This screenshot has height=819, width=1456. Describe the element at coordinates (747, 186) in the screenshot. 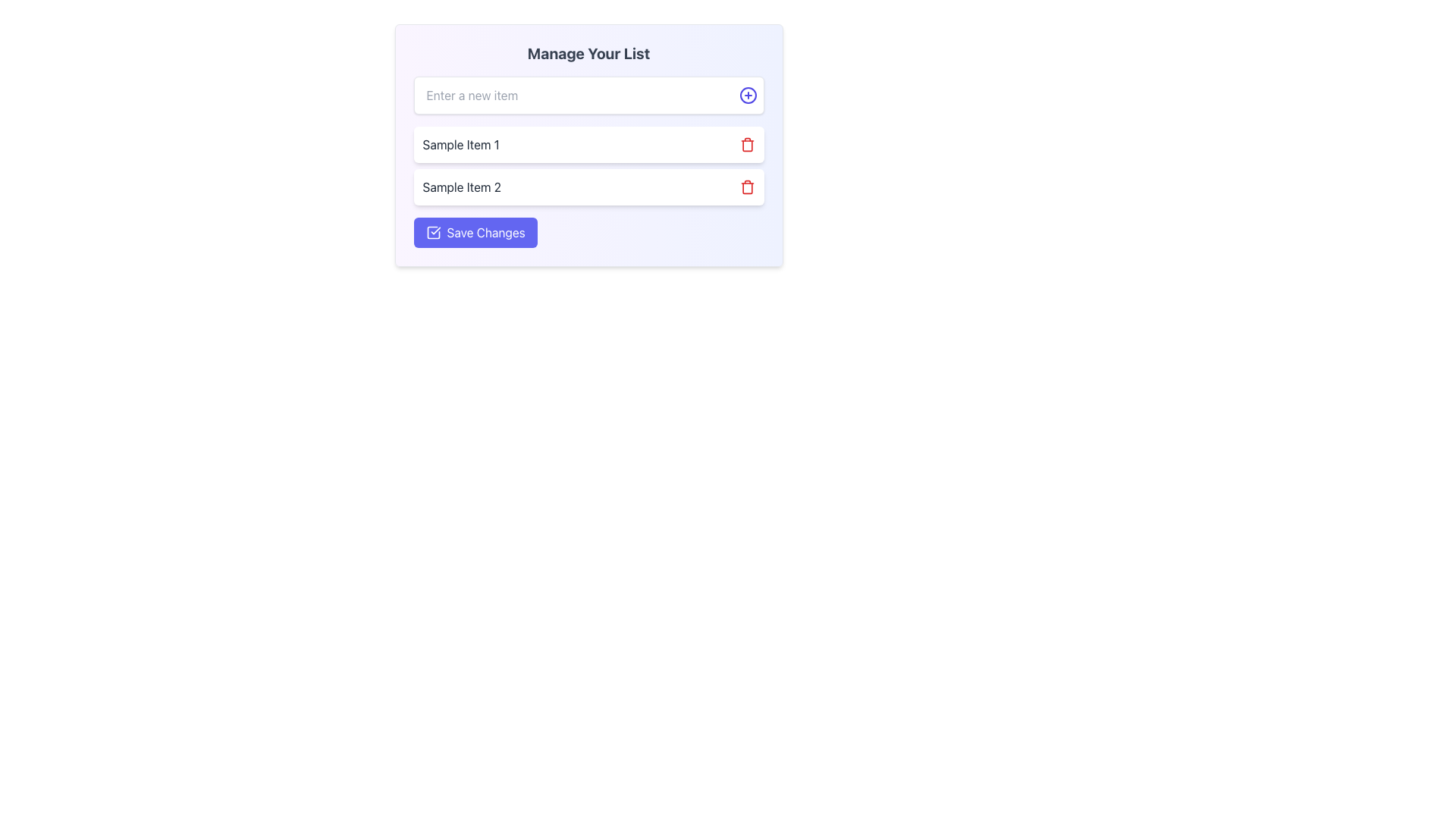

I see `the red trash icon located at the far-right end of the second list item 'Sample Item 2'` at that location.